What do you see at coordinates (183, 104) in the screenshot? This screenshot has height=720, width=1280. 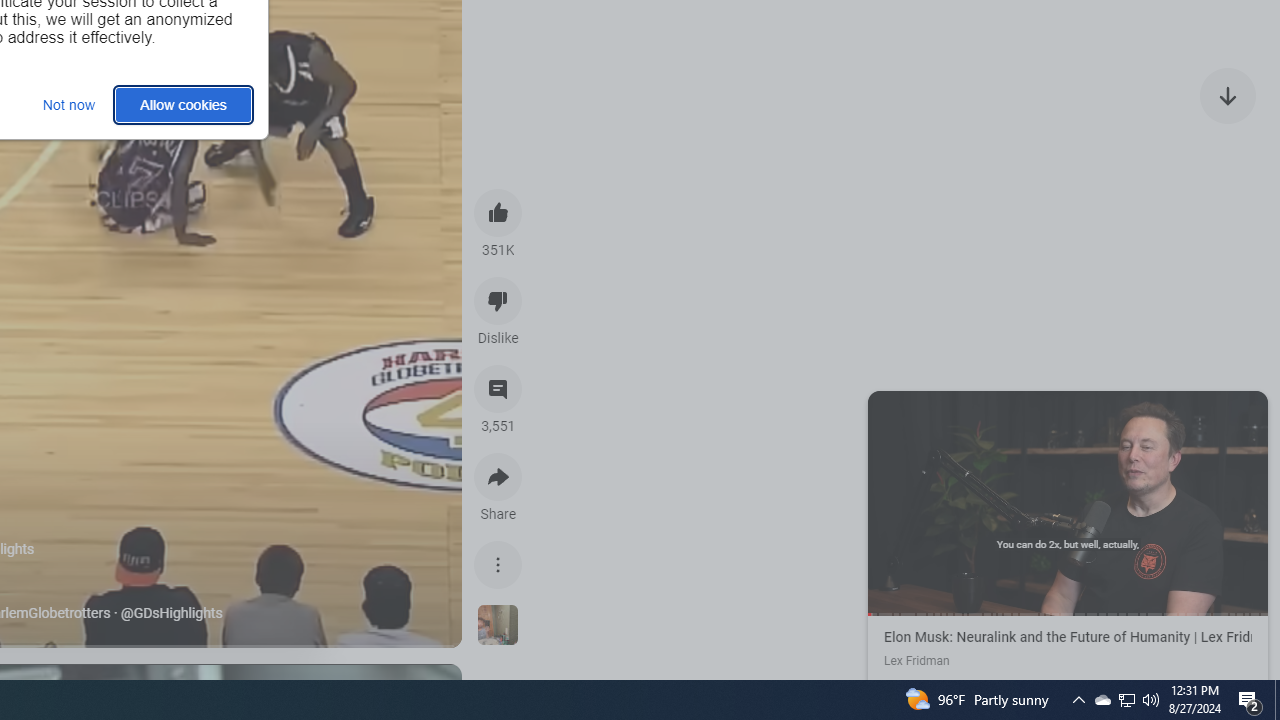 I see `'Allow cookies'` at bounding box center [183, 104].